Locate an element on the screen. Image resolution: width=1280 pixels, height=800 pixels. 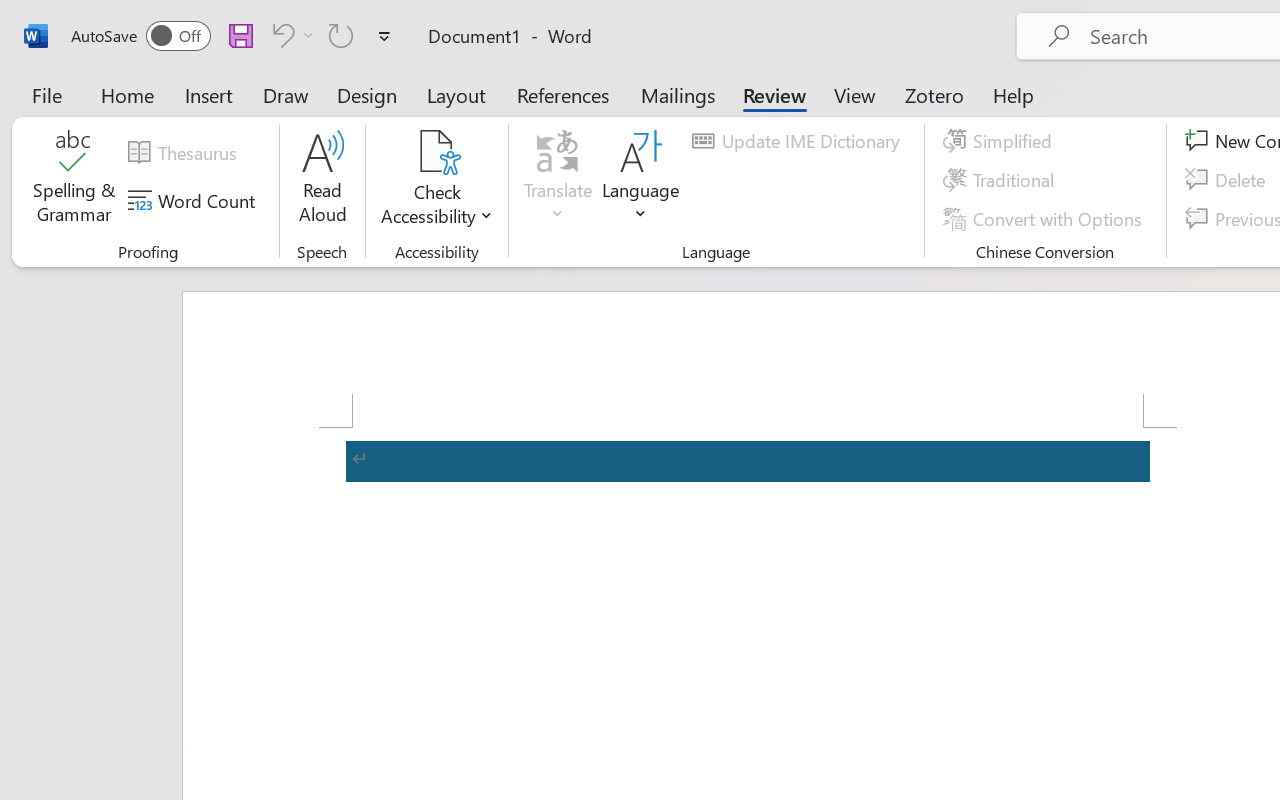
'Traditional' is located at coordinates (1002, 179).